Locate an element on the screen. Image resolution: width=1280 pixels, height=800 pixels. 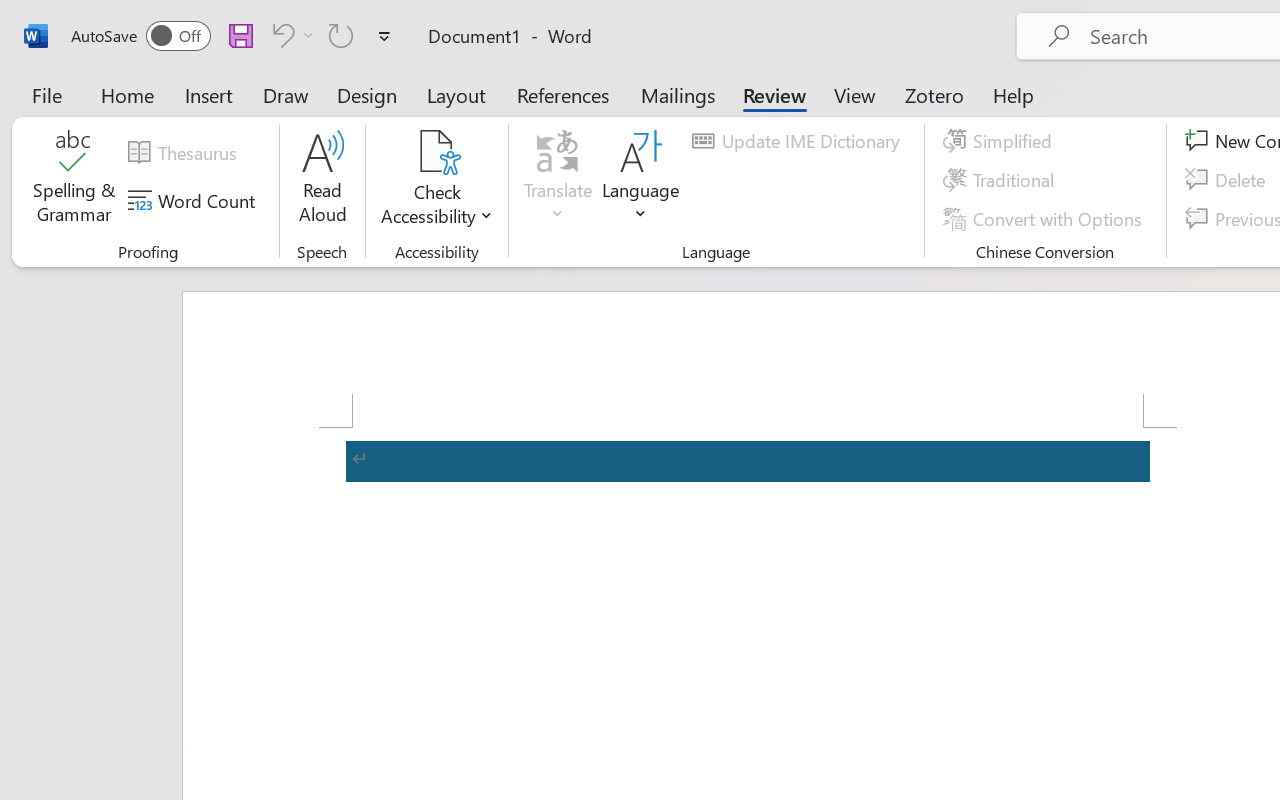
'Traditional' is located at coordinates (1002, 179).